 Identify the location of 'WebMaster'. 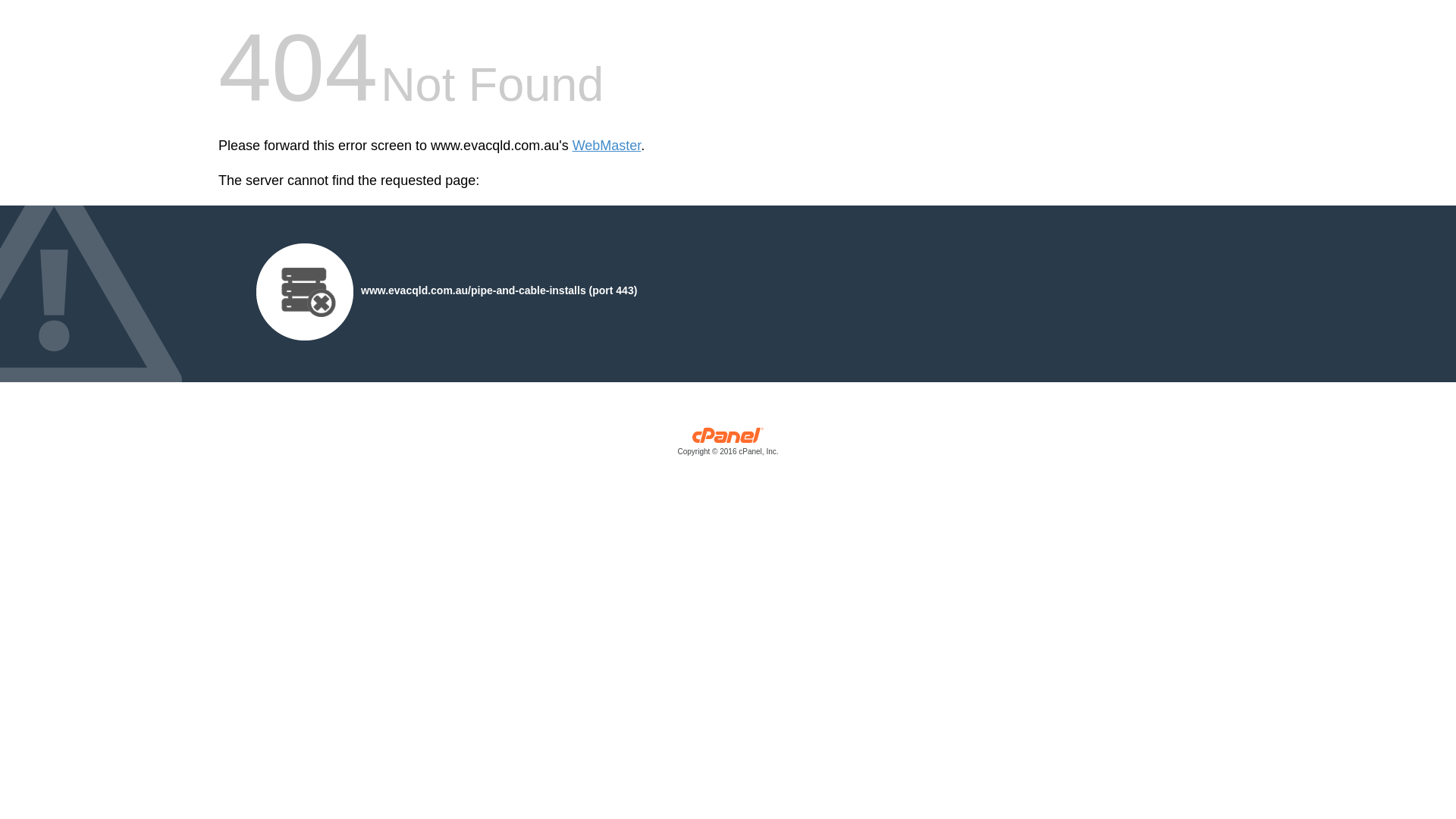
(607, 146).